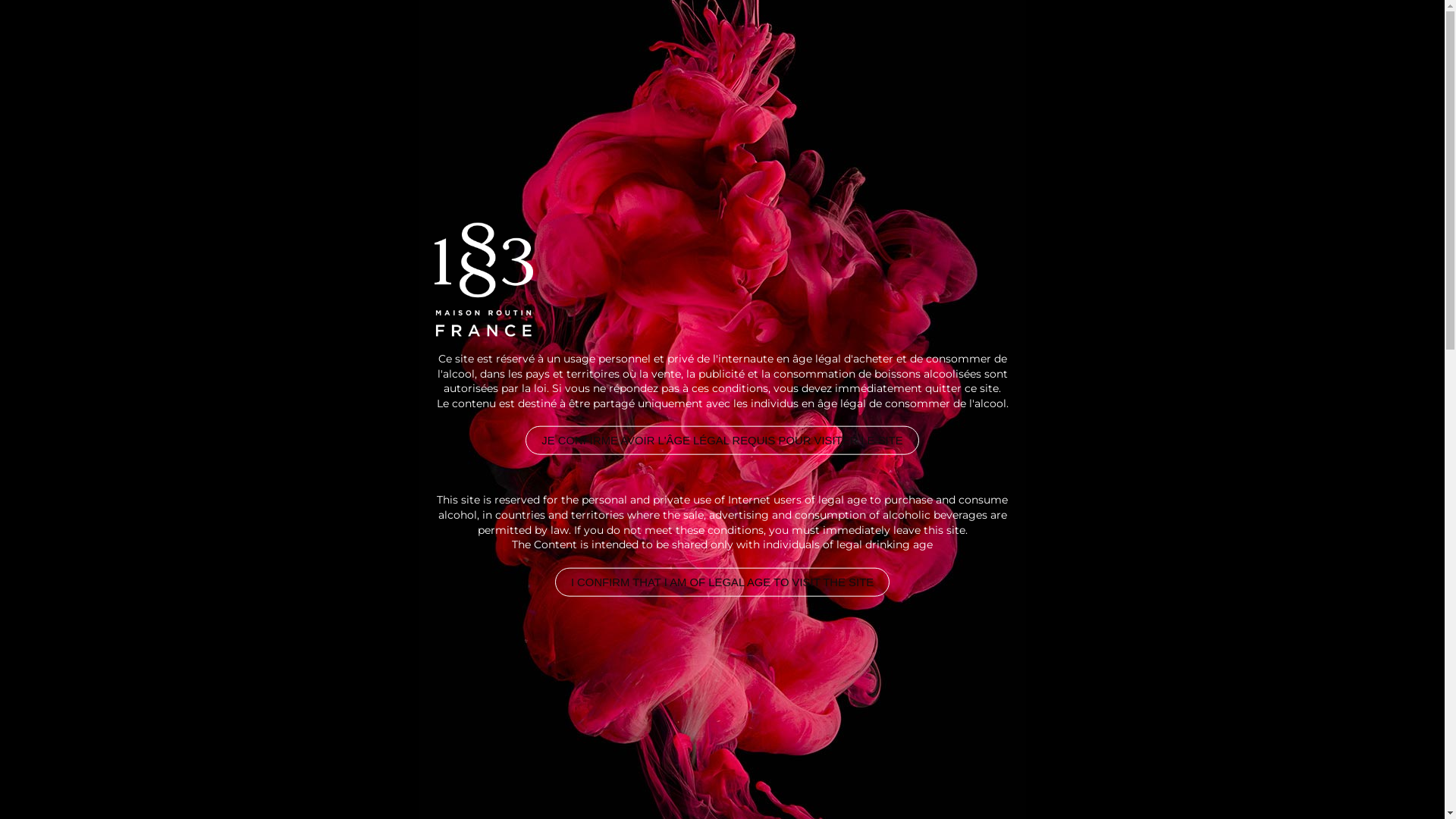  Describe the element at coordinates (240, 61) in the screenshot. I see `'DRINK DESIGN'` at that location.